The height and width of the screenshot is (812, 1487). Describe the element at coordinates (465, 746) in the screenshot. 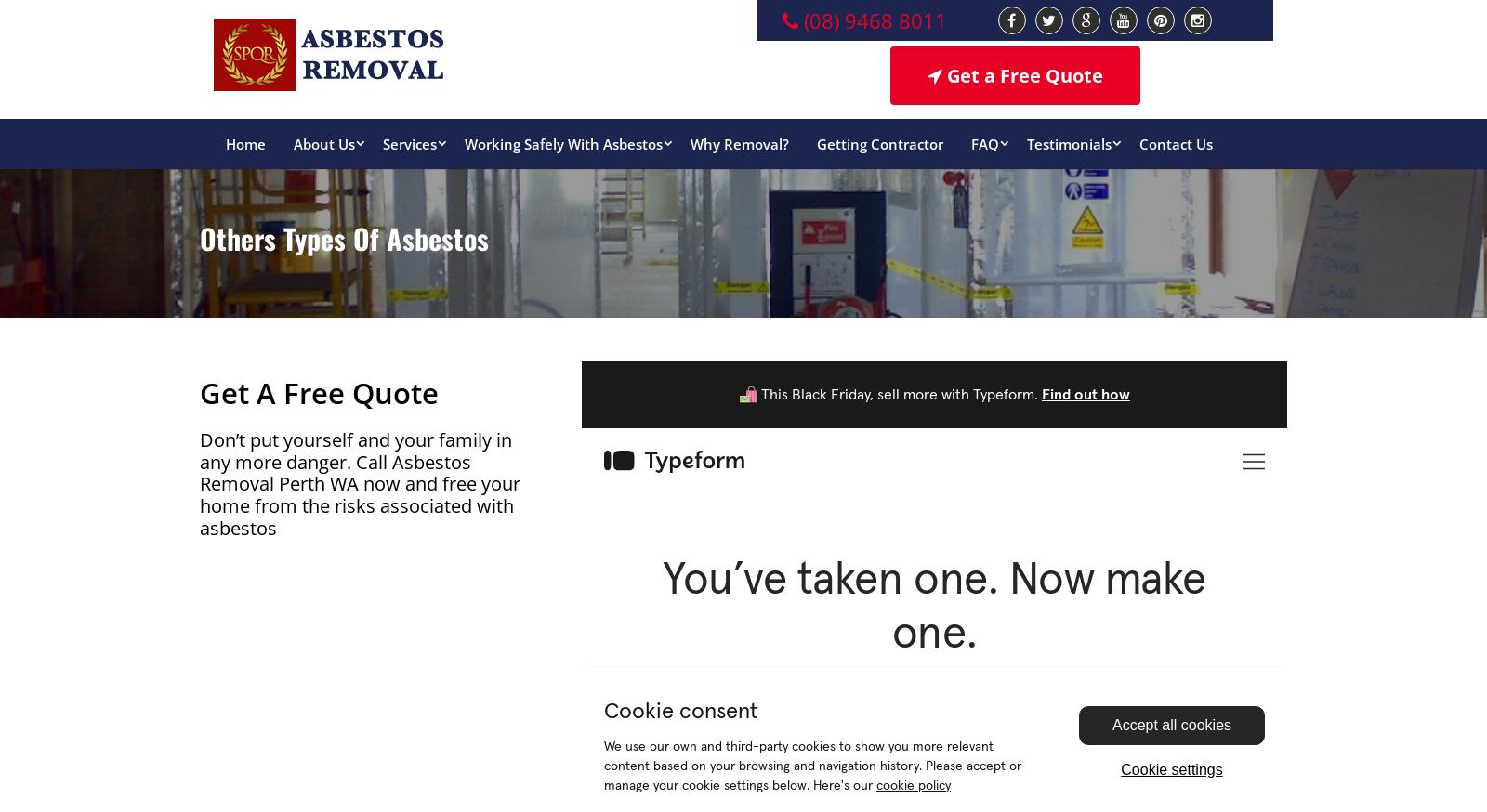

I see `'Asbestos Cladding'` at that location.